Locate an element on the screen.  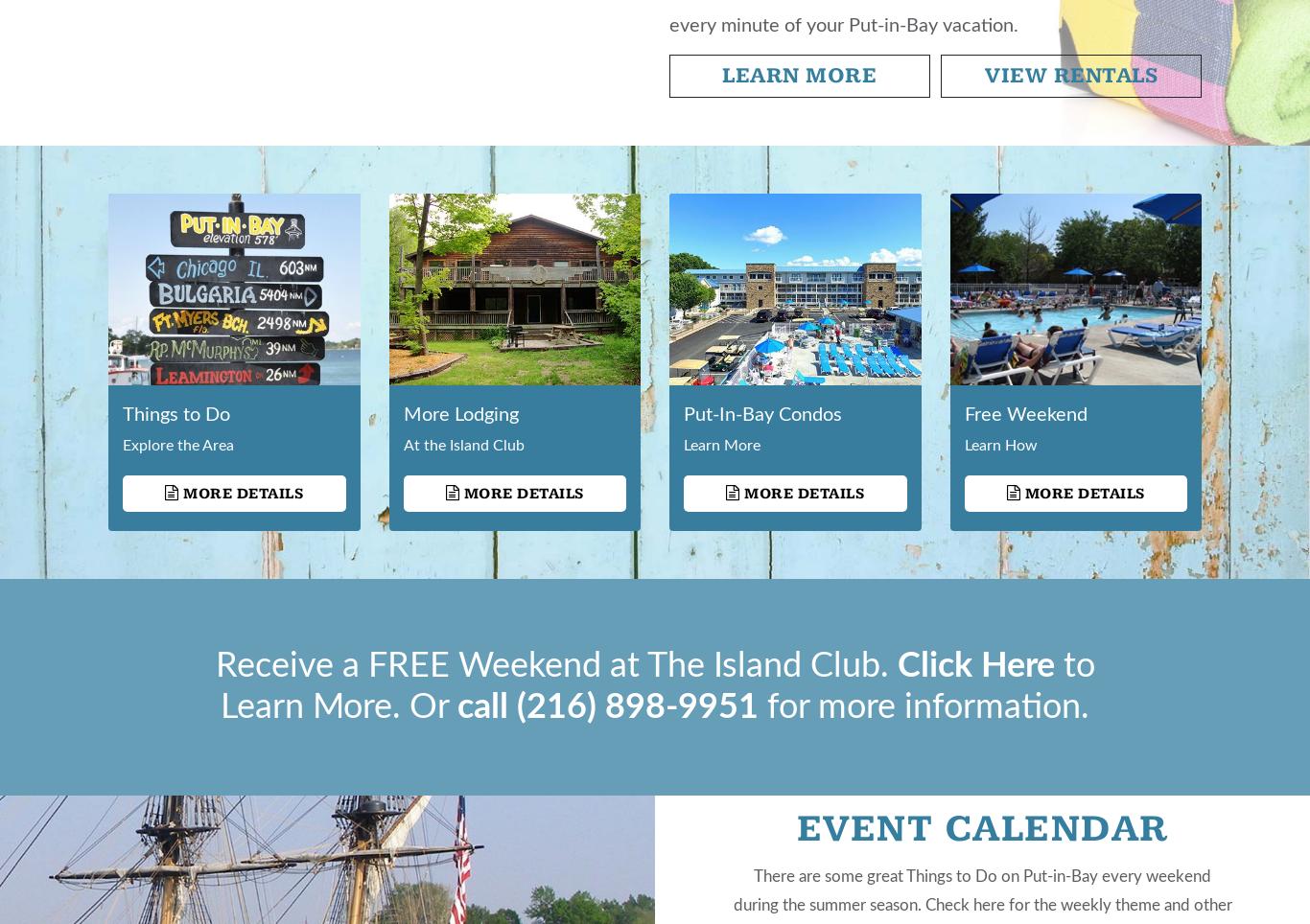
'Free Weekend' is located at coordinates (1024, 412).